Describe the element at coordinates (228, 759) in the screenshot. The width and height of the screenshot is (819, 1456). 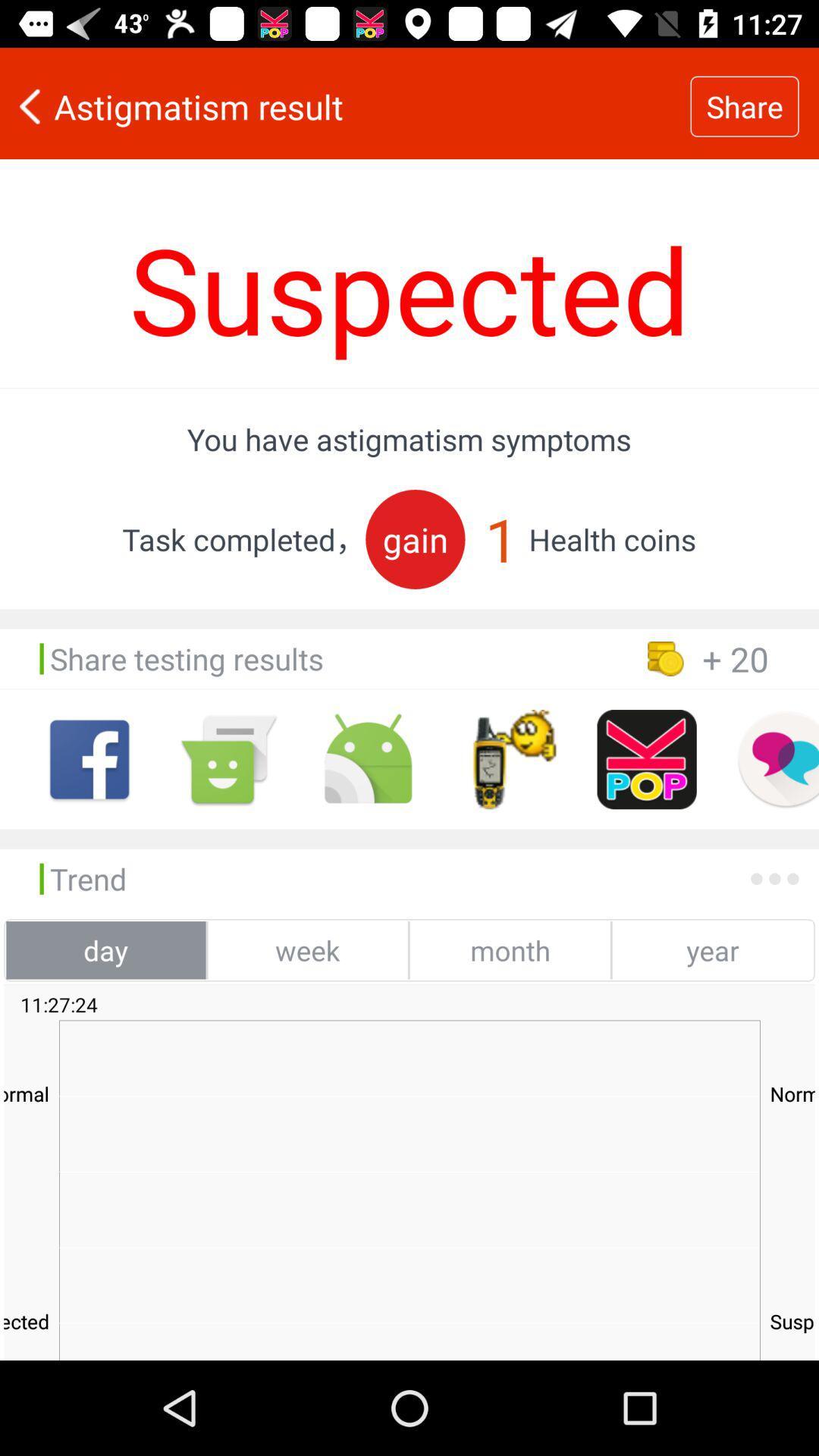
I see `share results in text message` at that location.